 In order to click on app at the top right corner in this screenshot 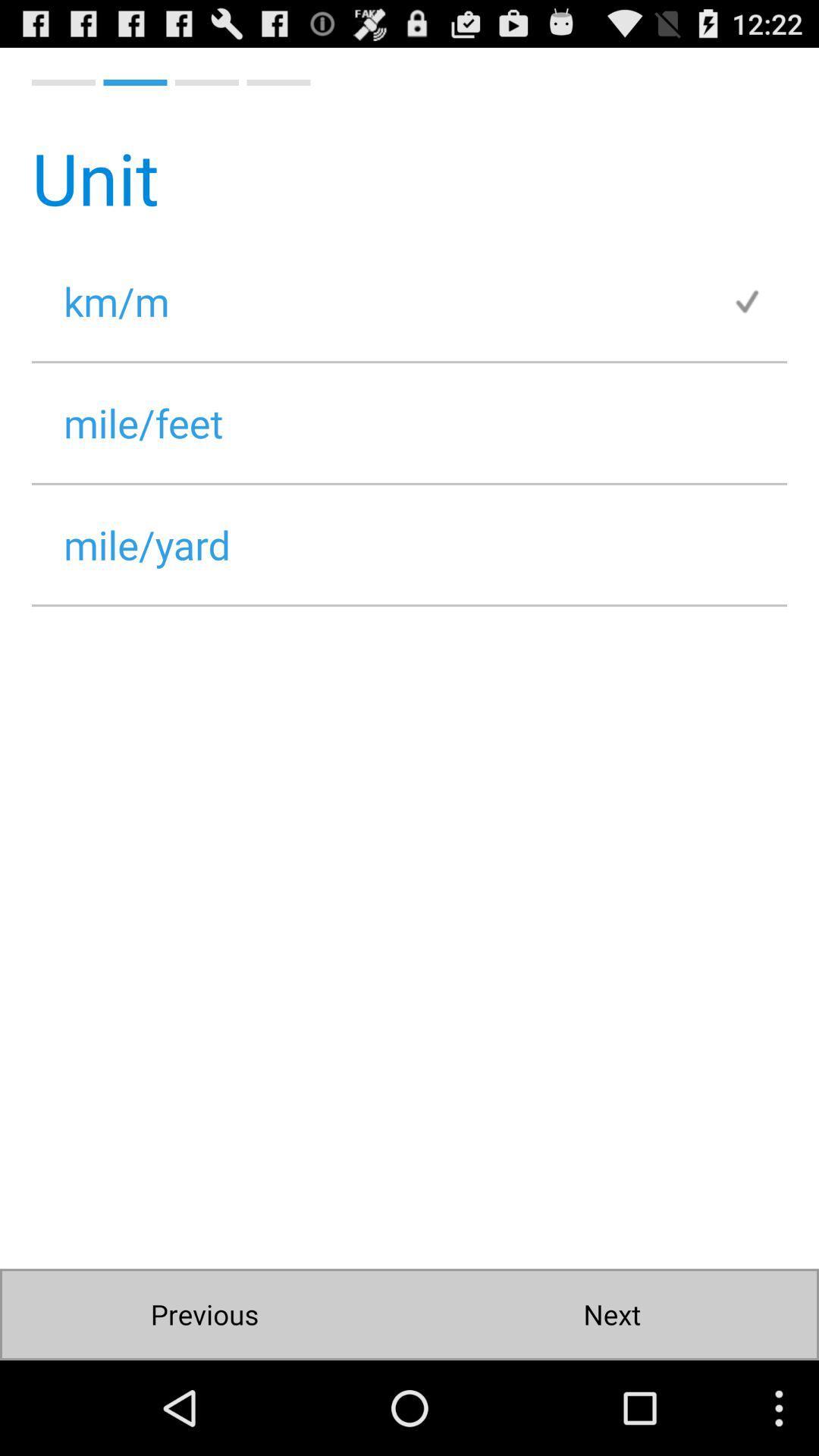, I will do `click(759, 301)`.